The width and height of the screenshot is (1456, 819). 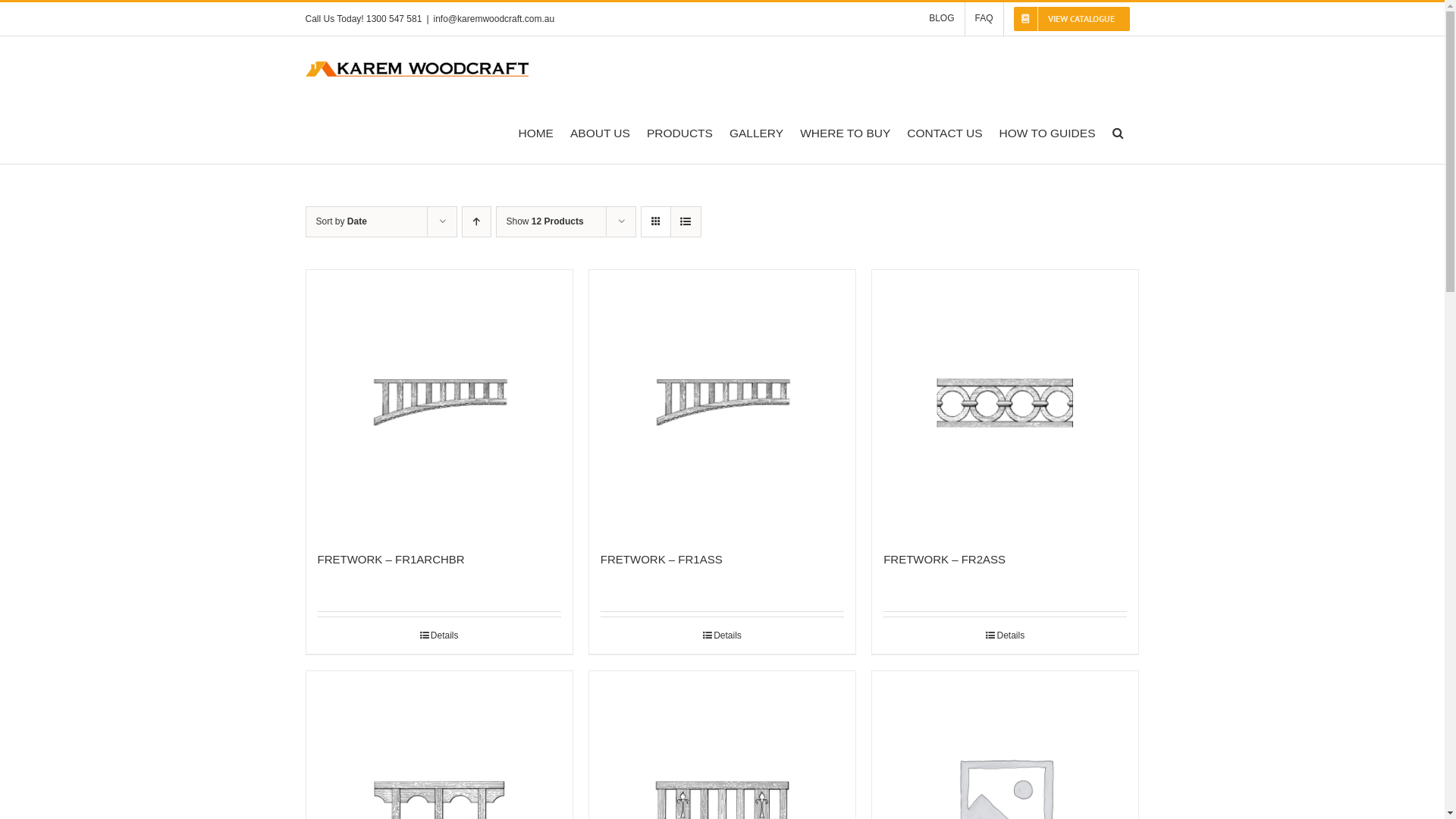 What do you see at coordinates (721, 635) in the screenshot?
I see `'Details'` at bounding box center [721, 635].